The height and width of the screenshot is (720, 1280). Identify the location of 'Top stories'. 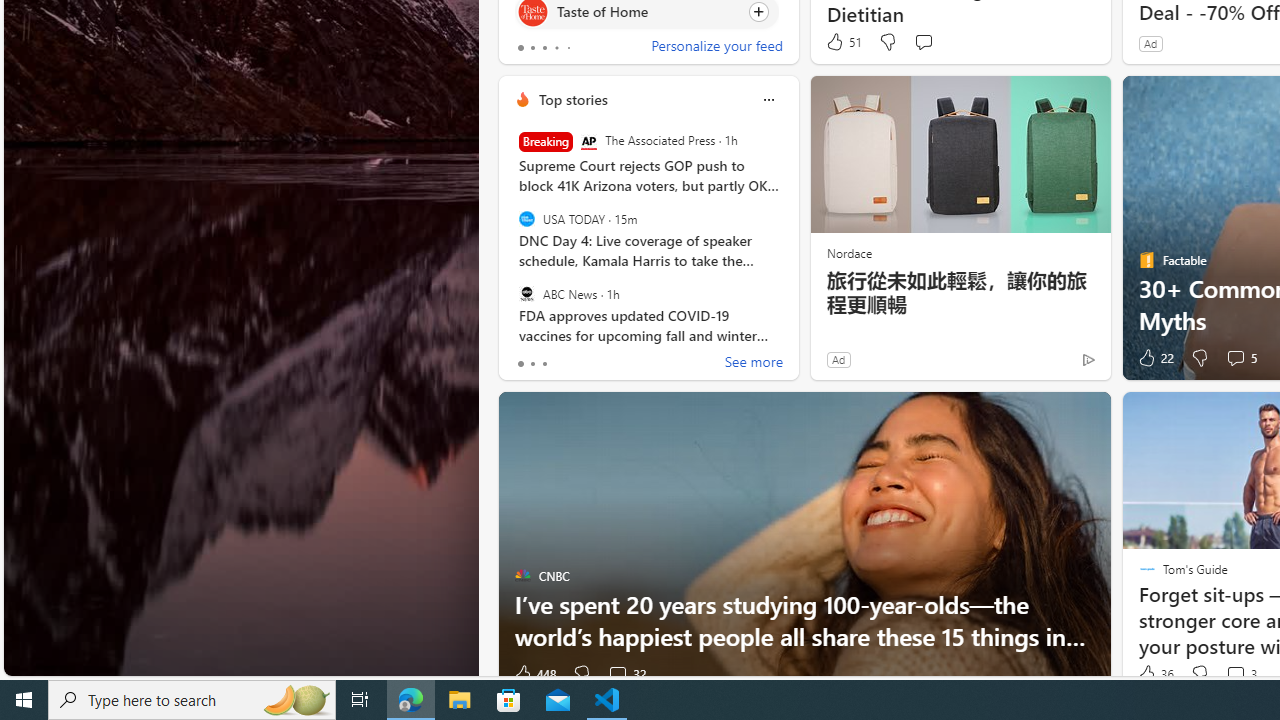
(571, 99).